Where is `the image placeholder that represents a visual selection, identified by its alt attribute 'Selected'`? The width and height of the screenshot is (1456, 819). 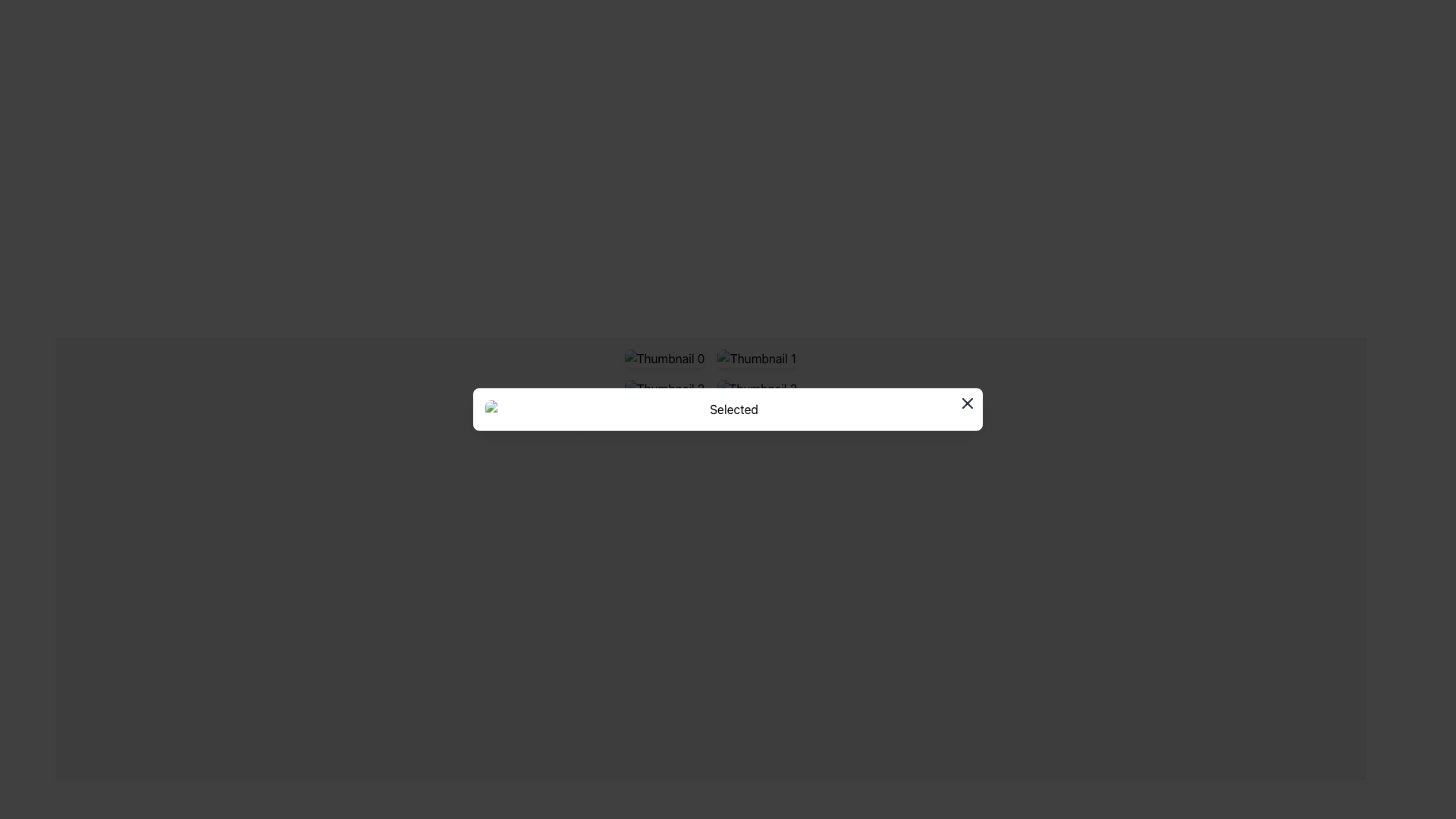
the image placeholder that represents a visual selection, identified by its alt attribute 'Selected' is located at coordinates (728, 409).